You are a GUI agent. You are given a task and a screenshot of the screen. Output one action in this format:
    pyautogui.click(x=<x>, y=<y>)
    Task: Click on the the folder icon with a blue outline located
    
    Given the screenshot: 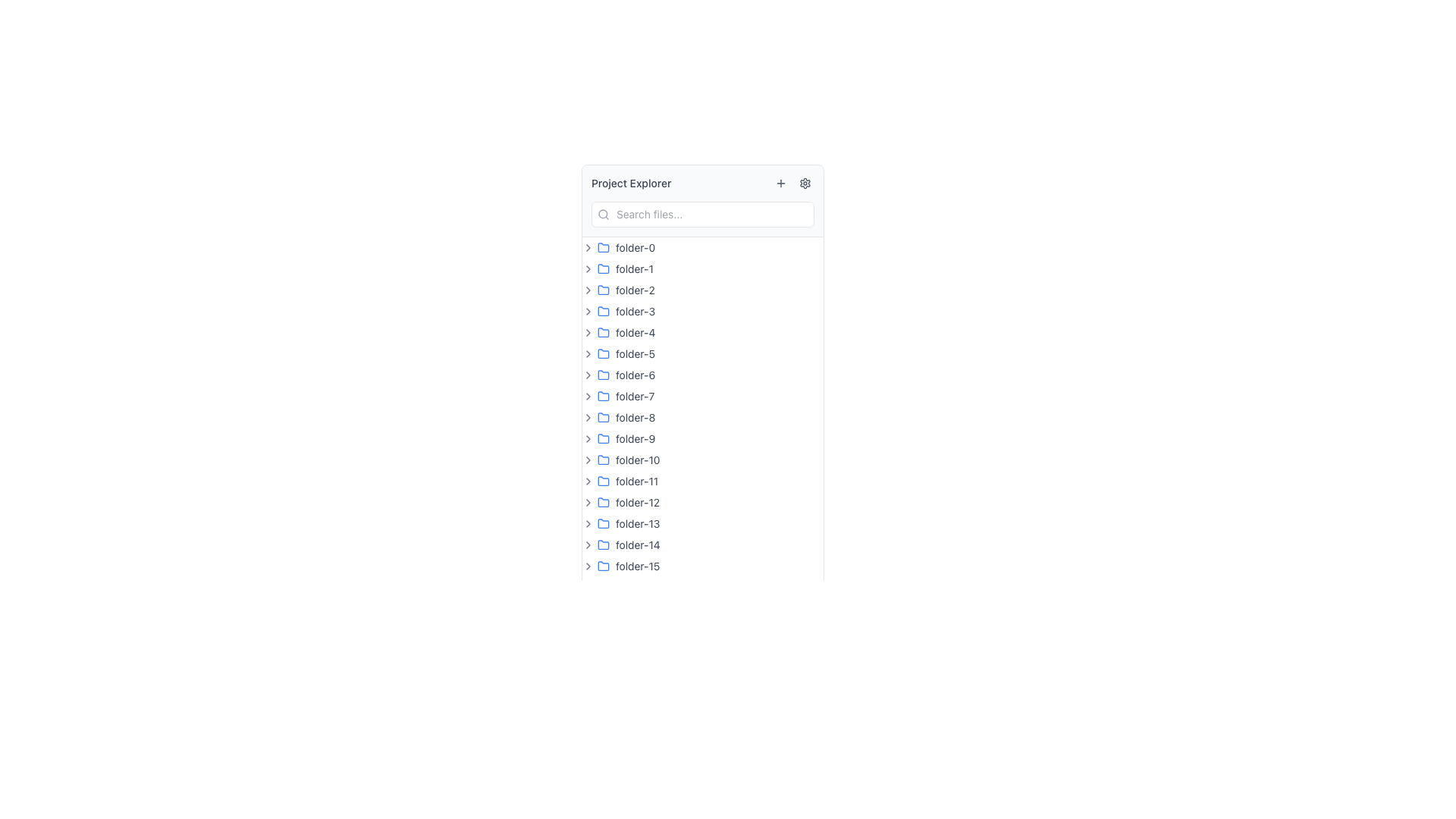 What is the action you would take?
    pyautogui.click(x=603, y=311)
    